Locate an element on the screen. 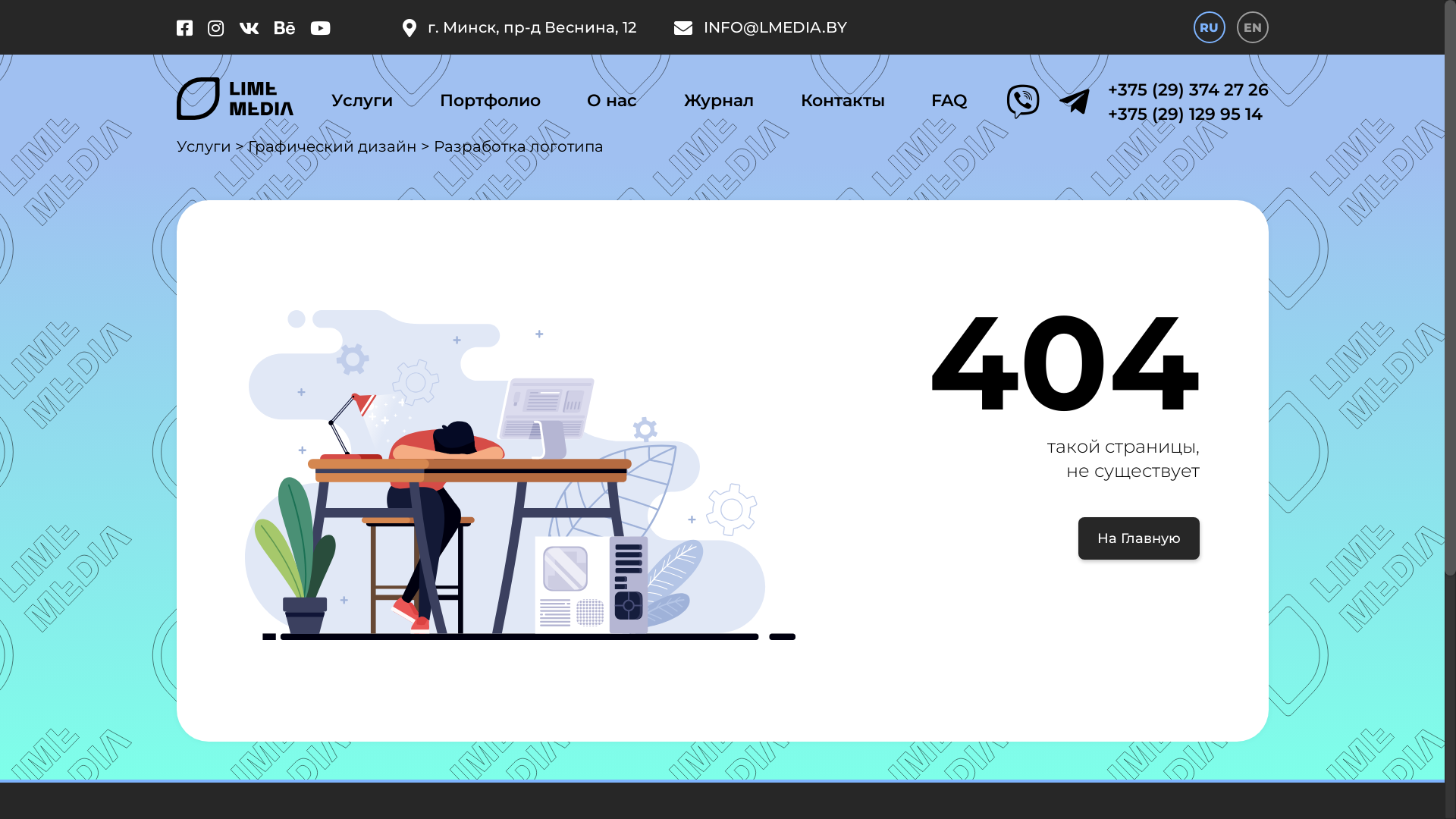 The width and height of the screenshot is (1456, 819). 'RU' is located at coordinates (1208, 27).